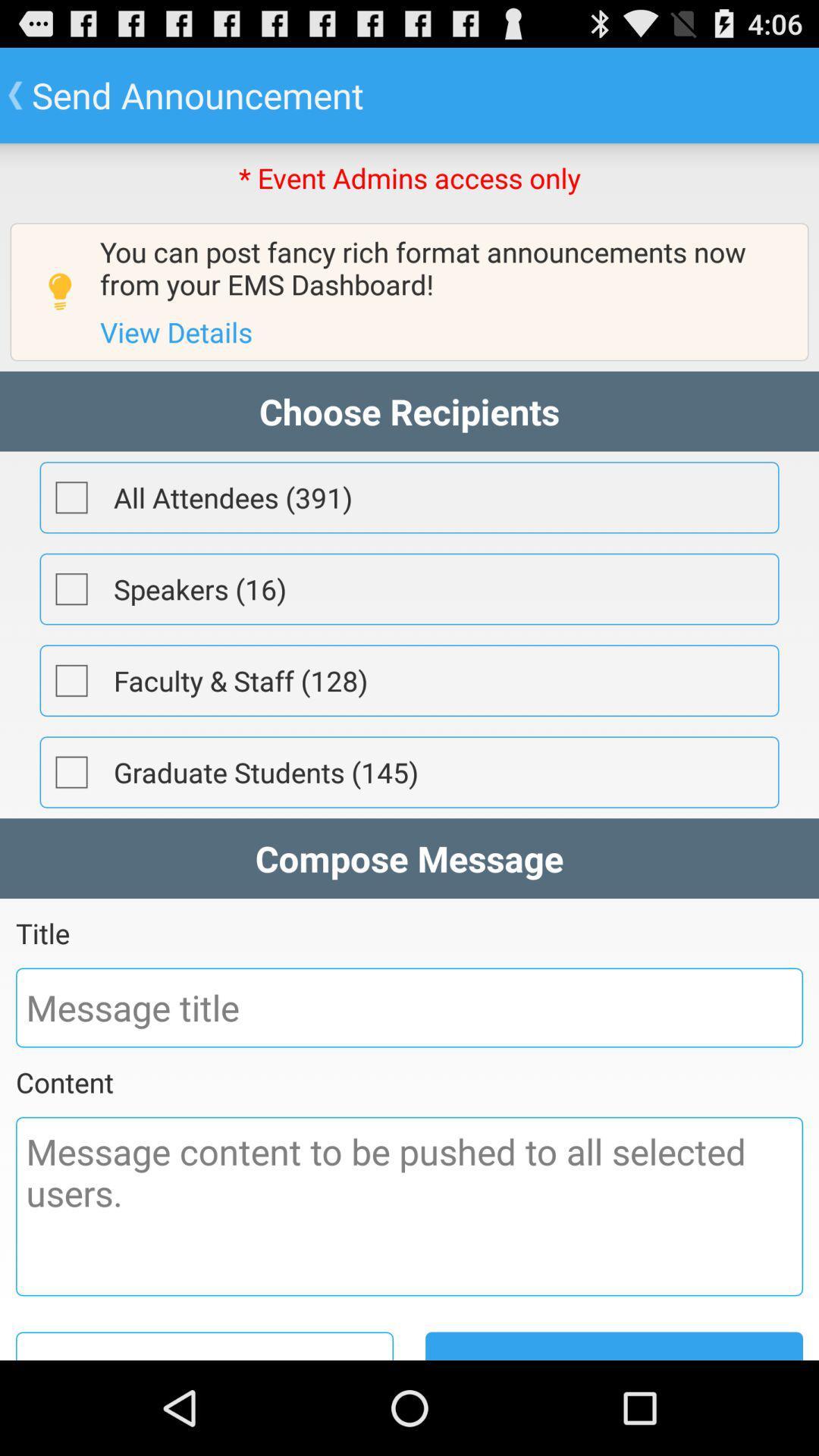  Describe the element at coordinates (205, 1346) in the screenshot. I see `icon to the left of send` at that location.